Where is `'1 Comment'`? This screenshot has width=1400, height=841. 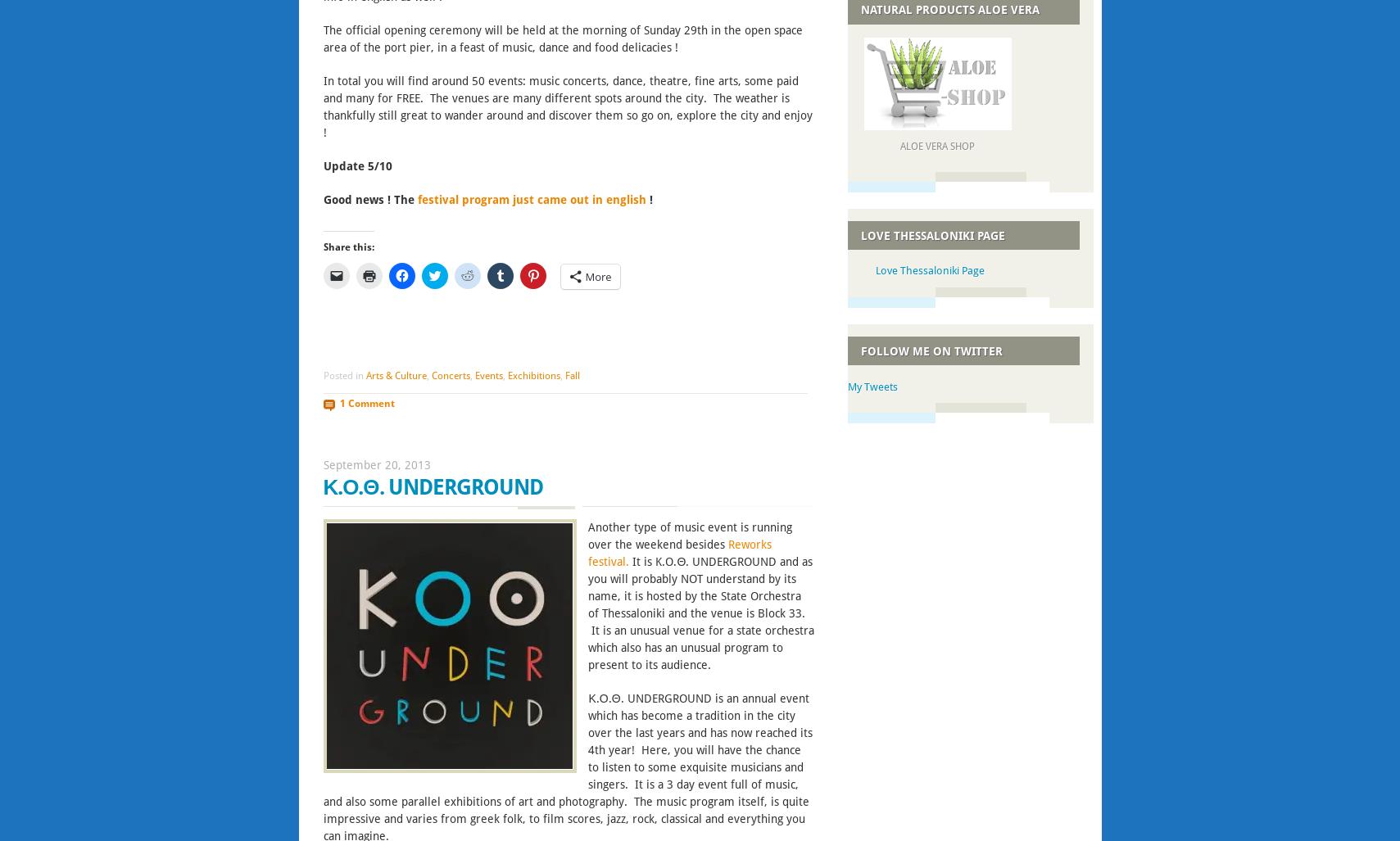
'1 Comment' is located at coordinates (366, 403).